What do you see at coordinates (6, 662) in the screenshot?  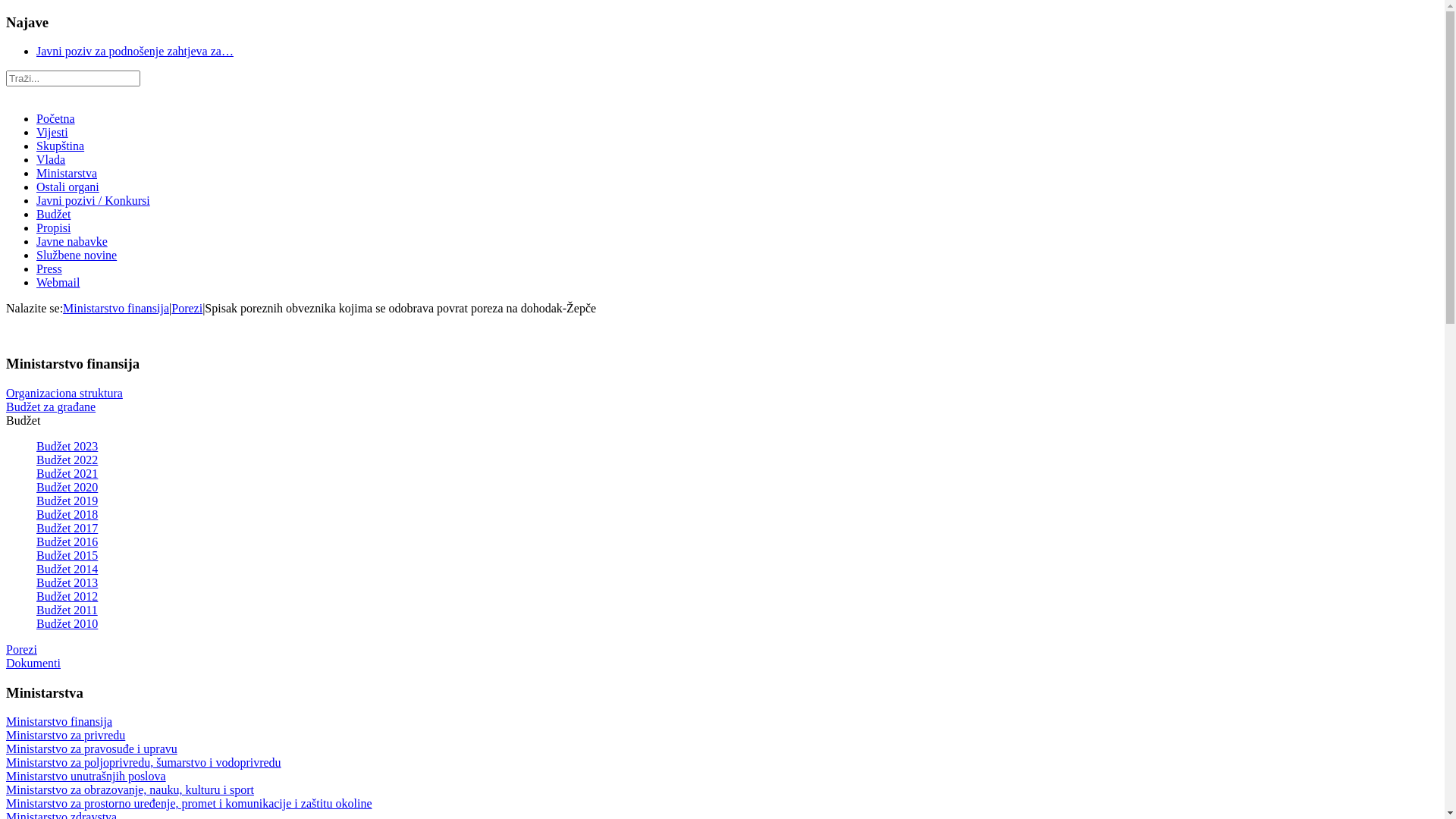 I see `'Dokumenti'` at bounding box center [6, 662].